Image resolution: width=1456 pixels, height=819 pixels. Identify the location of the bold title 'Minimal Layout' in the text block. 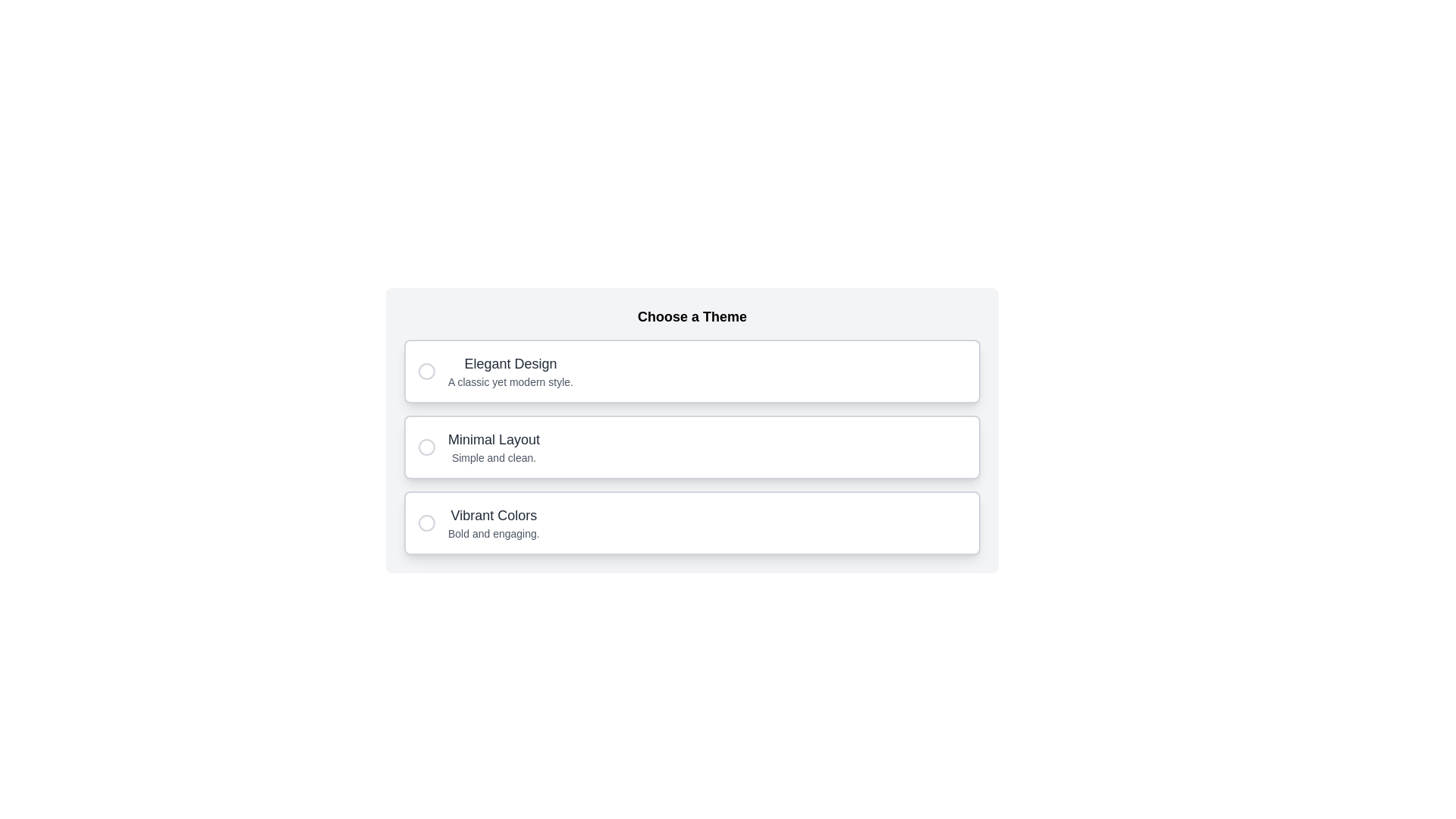
(494, 447).